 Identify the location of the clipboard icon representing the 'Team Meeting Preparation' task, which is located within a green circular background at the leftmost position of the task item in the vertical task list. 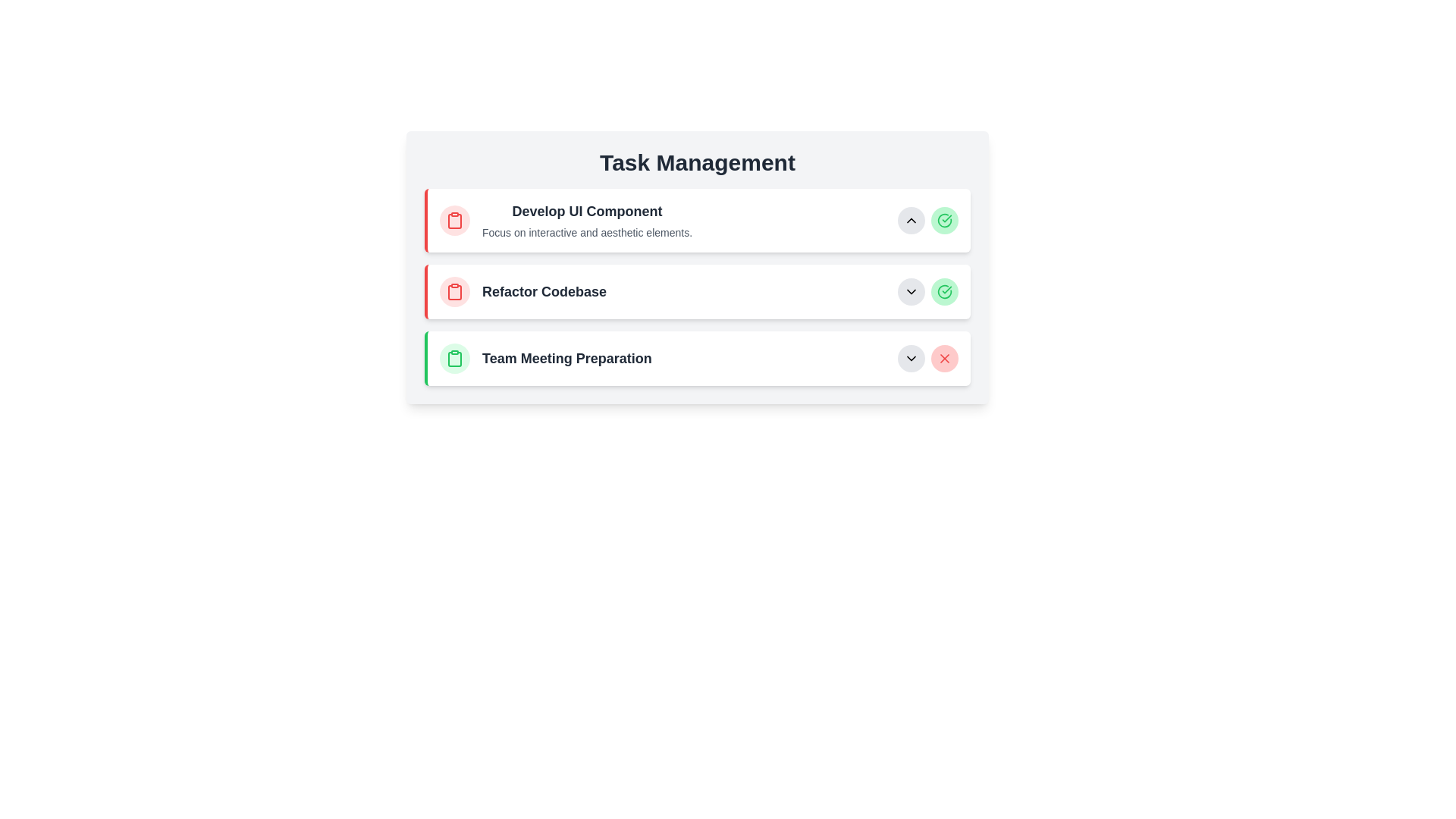
(454, 359).